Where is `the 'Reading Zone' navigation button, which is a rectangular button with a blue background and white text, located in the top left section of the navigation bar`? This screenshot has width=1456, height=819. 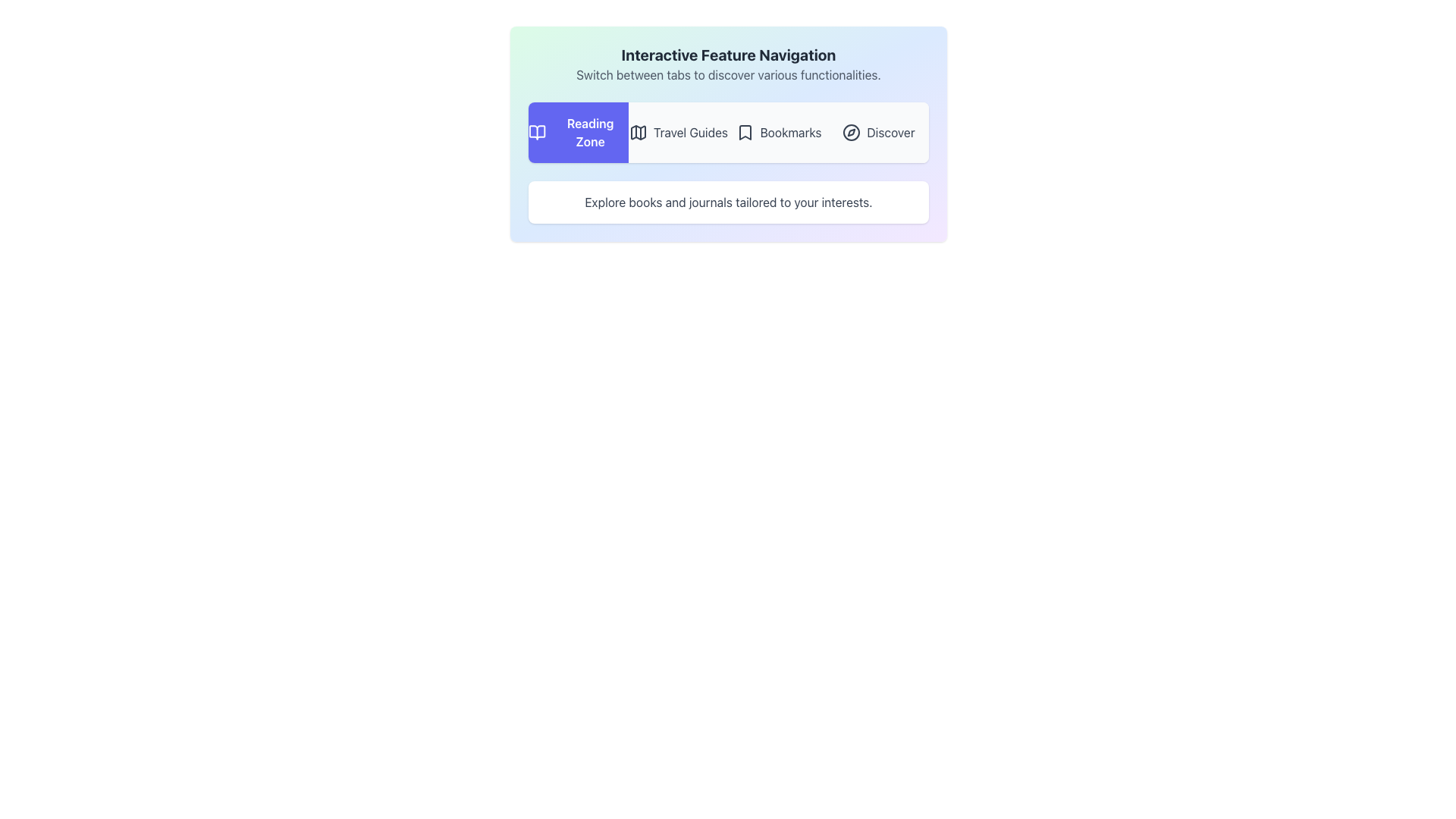 the 'Reading Zone' navigation button, which is a rectangular button with a blue background and white text, located in the top left section of the navigation bar is located at coordinates (578, 131).